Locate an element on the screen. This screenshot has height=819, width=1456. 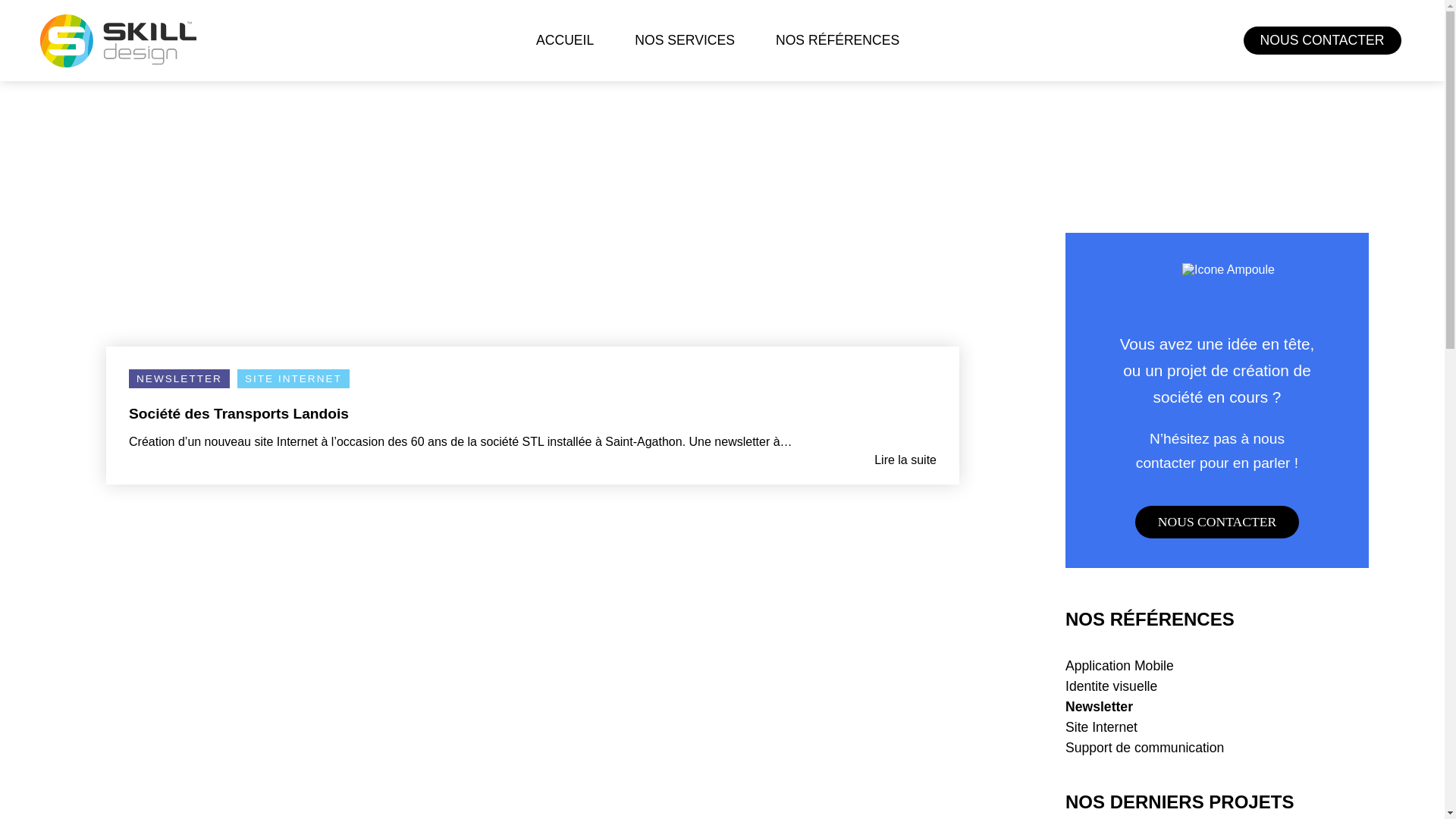
'Site Internet' is located at coordinates (1101, 726).